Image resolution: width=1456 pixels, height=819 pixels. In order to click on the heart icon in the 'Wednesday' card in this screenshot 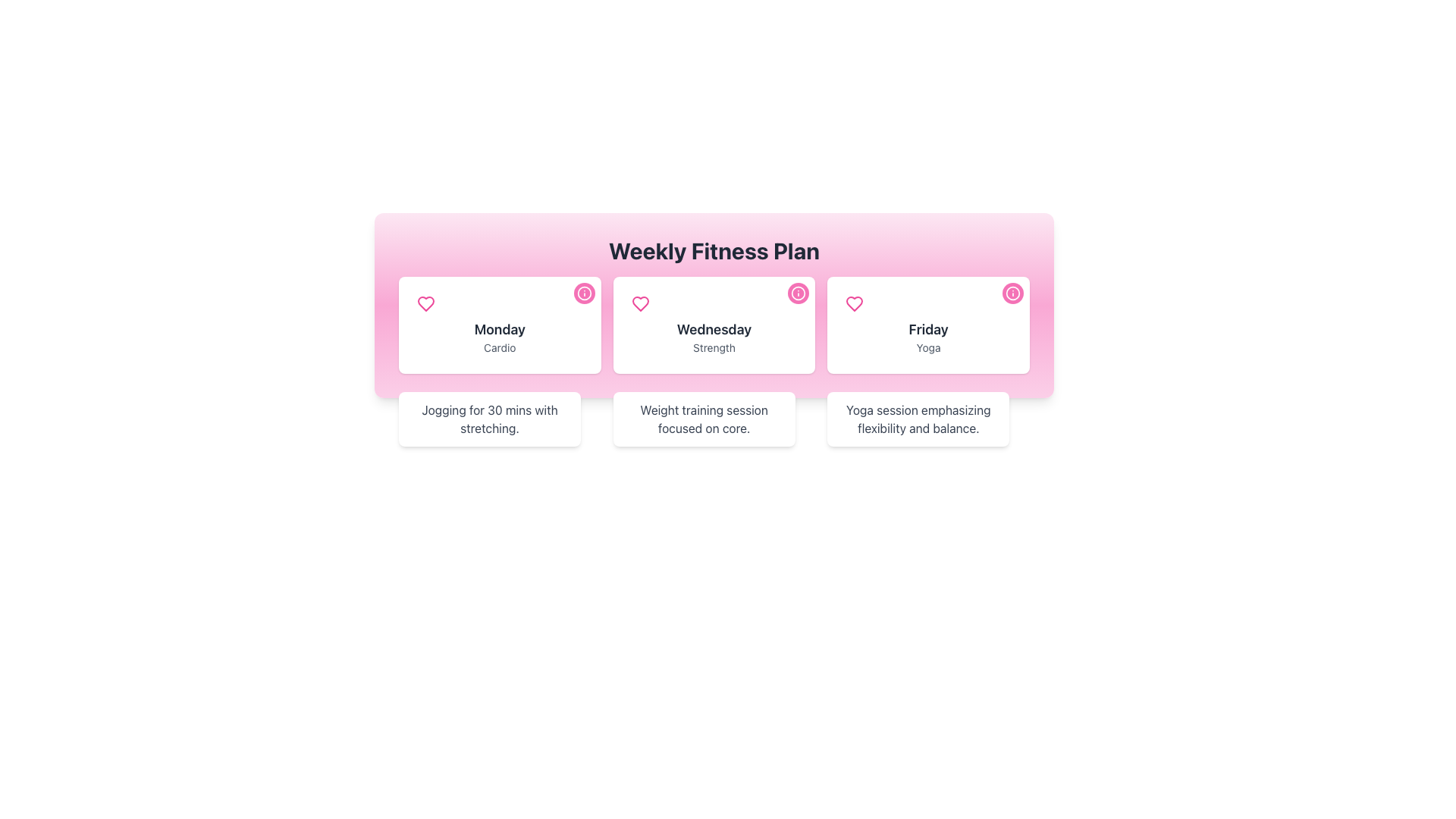, I will do `click(640, 304)`.